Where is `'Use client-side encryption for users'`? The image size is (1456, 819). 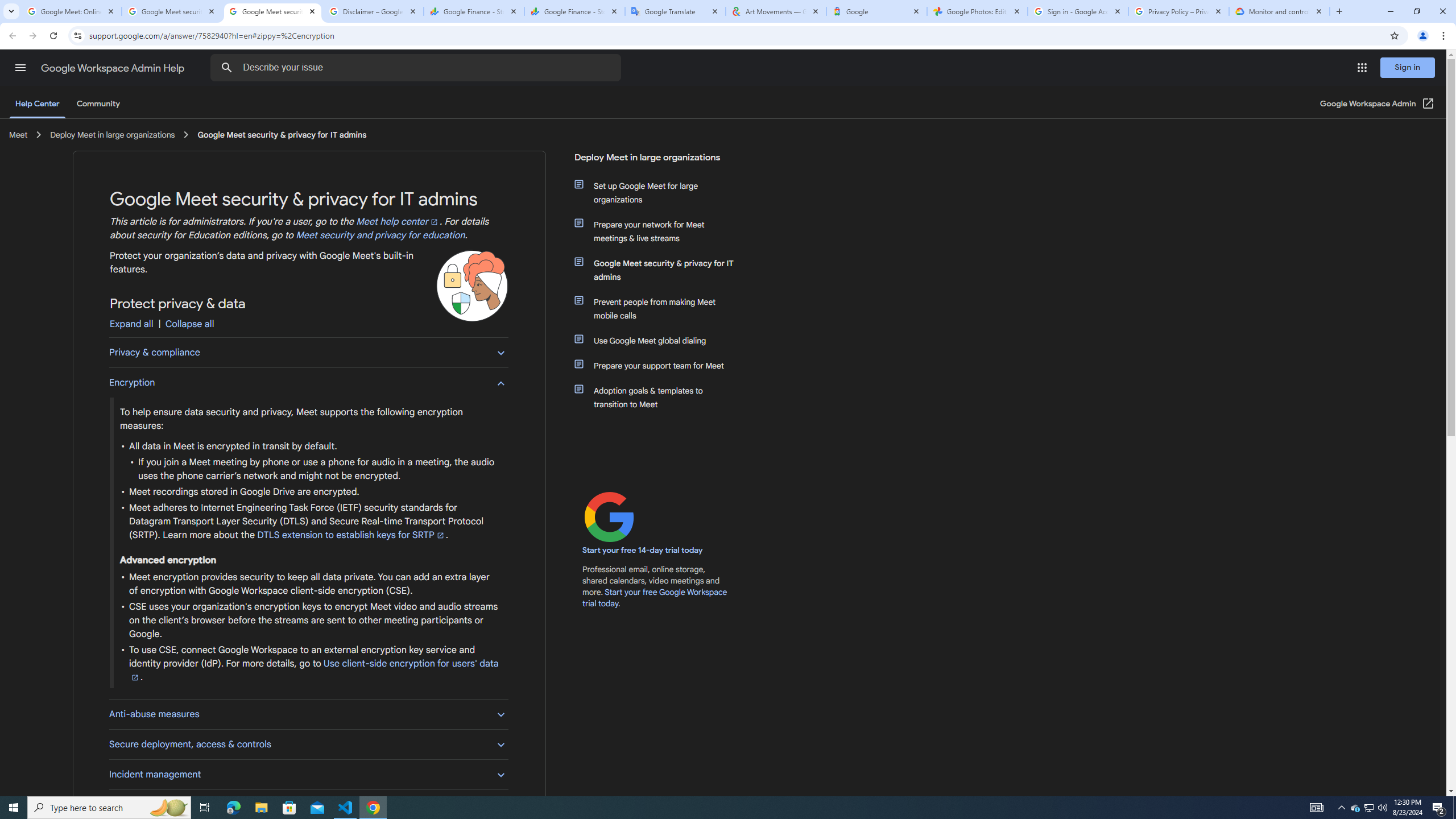 'Use client-side encryption for users' is located at coordinates (313, 669).